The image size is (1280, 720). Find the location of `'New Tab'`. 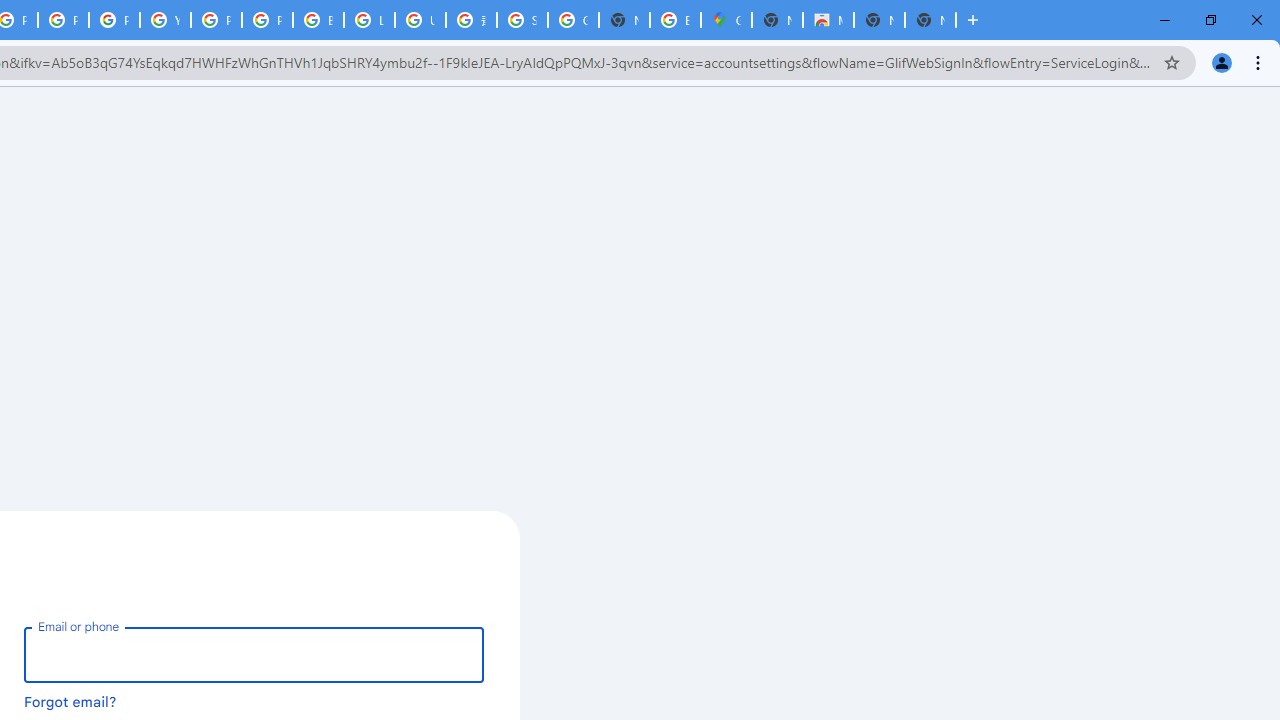

'New Tab' is located at coordinates (929, 20).